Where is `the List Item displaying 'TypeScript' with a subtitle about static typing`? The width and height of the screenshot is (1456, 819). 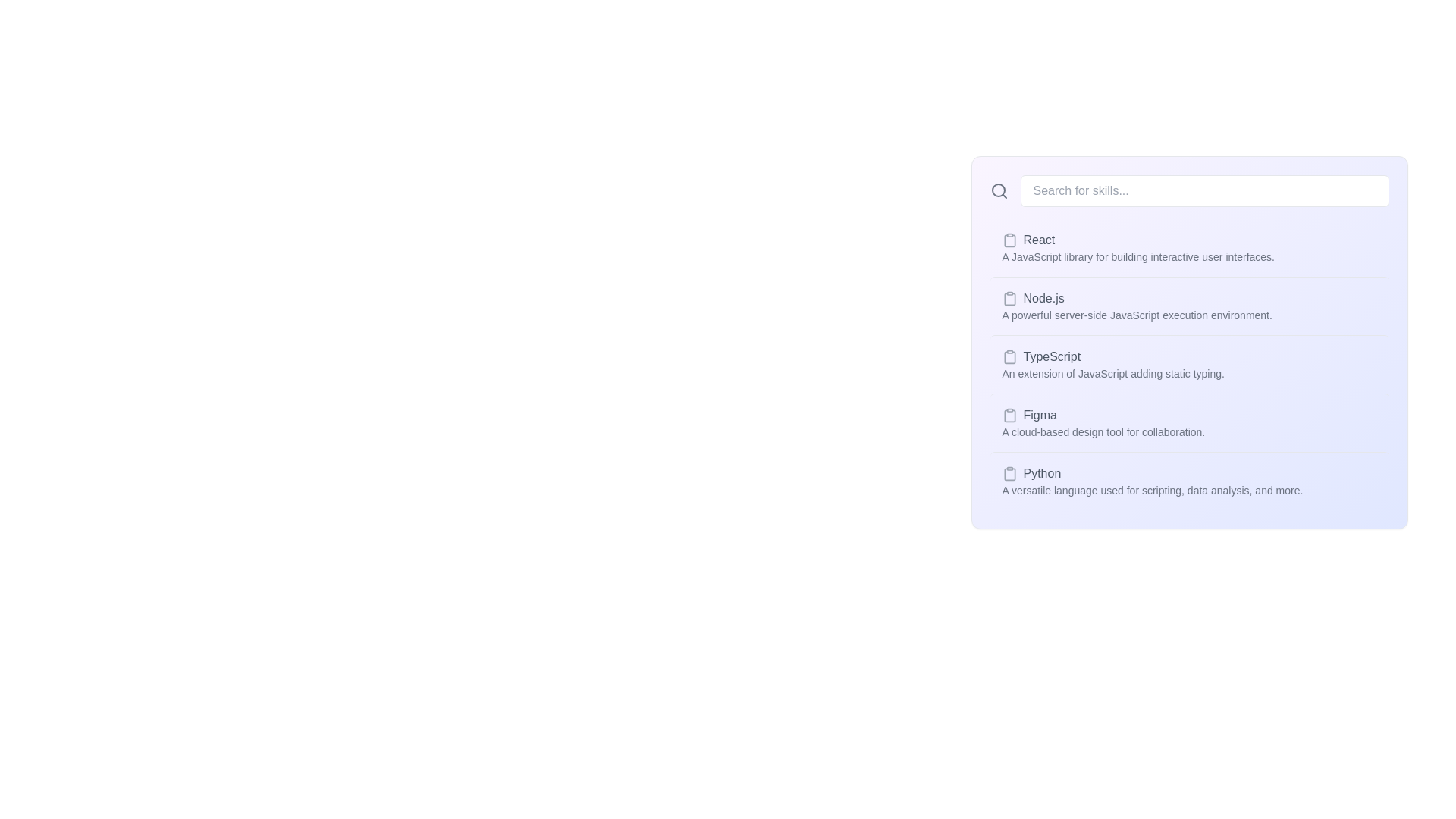 the List Item displaying 'TypeScript' with a subtitle about static typing is located at coordinates (1113, 365).